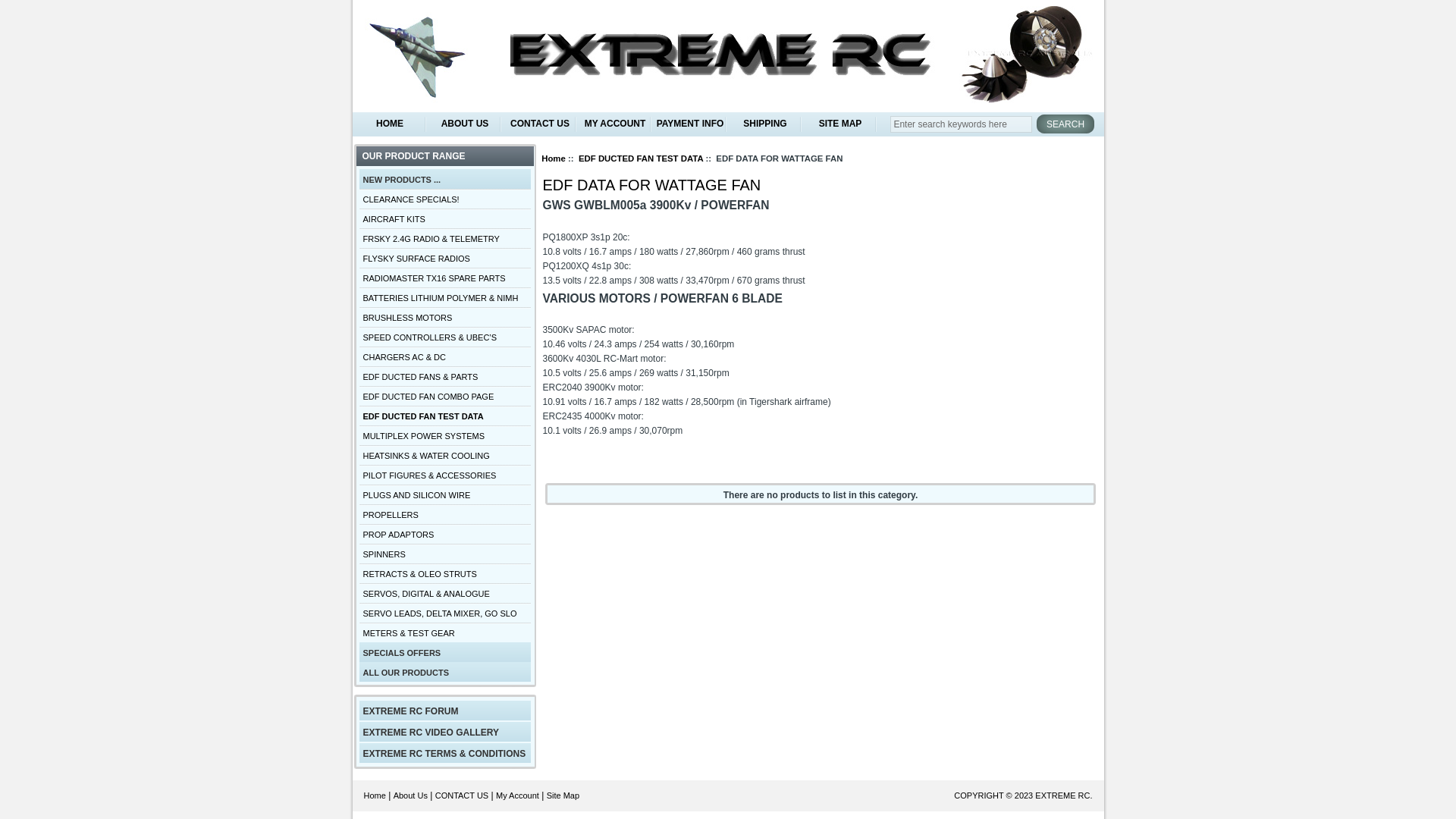  What do you see at coordinates (444, 513) in the screenshot?
I see `'PROPELLERS'` at bounding box center [444, 513].